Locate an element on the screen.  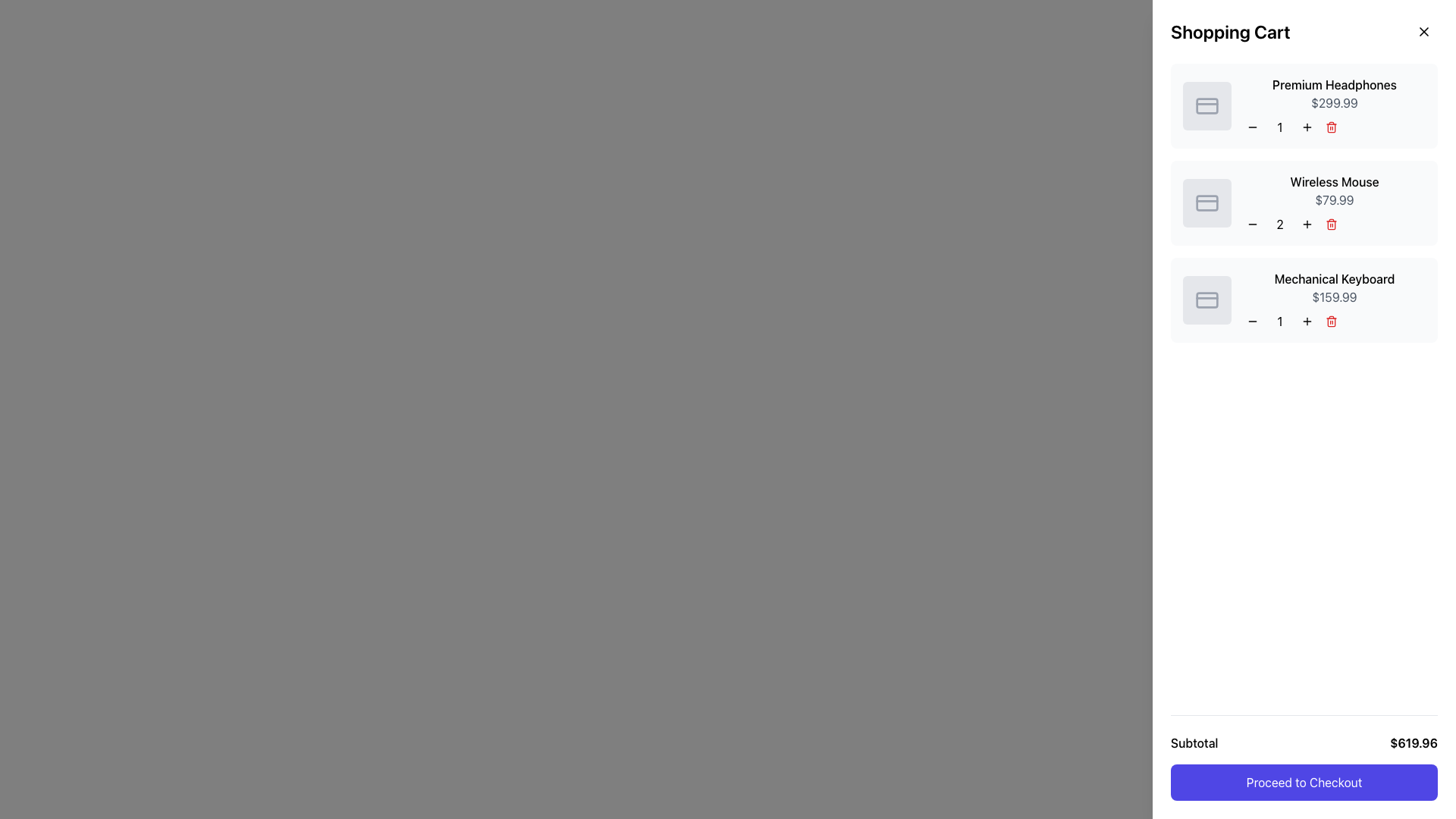
the 'Wireless Mouse' title text label in the shopping cart interface, which is located in the second item entry above the price and below the thumbnail image is located at coordinates (1335, 180).